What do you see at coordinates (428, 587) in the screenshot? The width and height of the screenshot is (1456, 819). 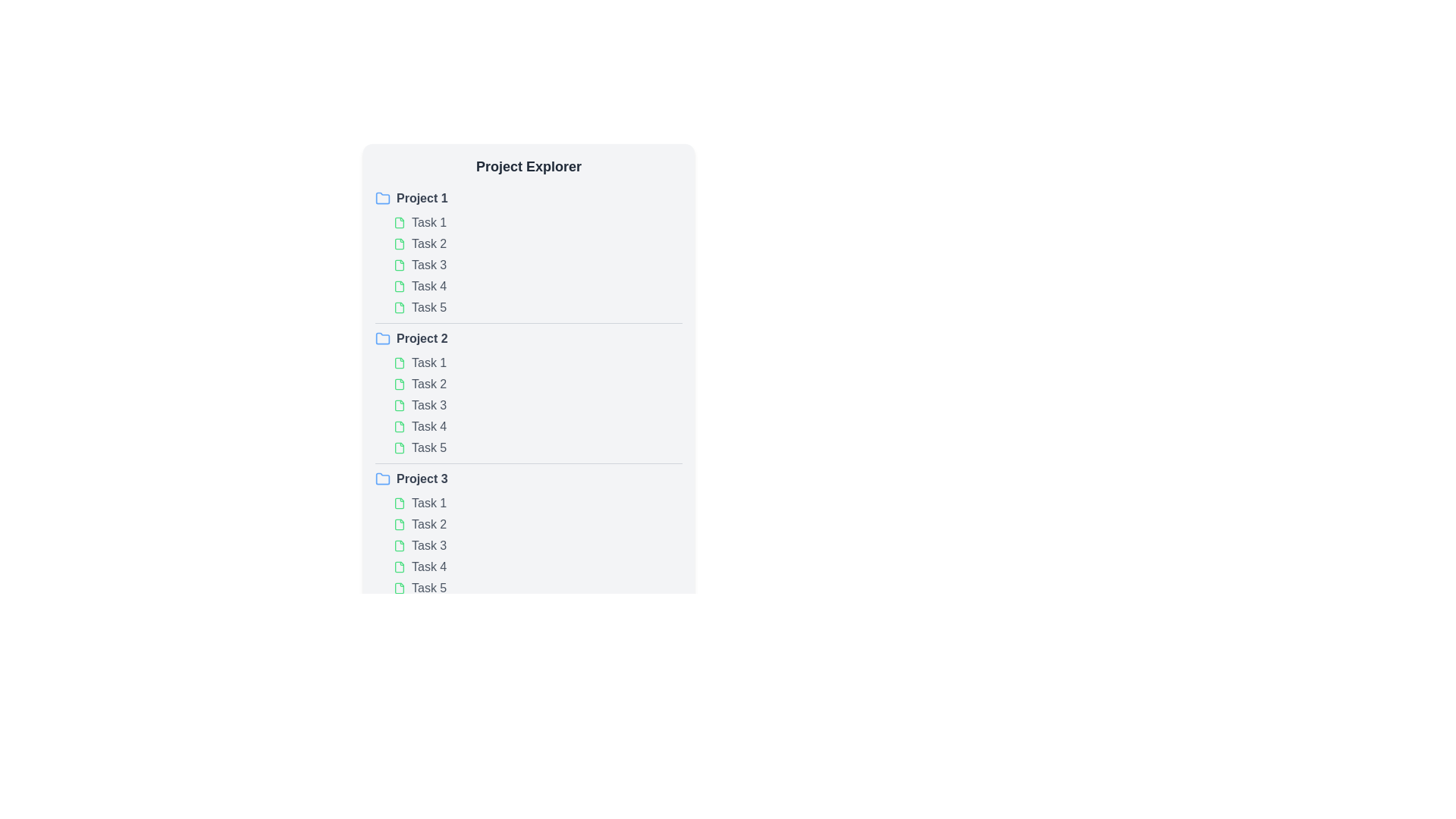 I see `the text 'Task 5' in gray color` at bounding box center [428, 587].